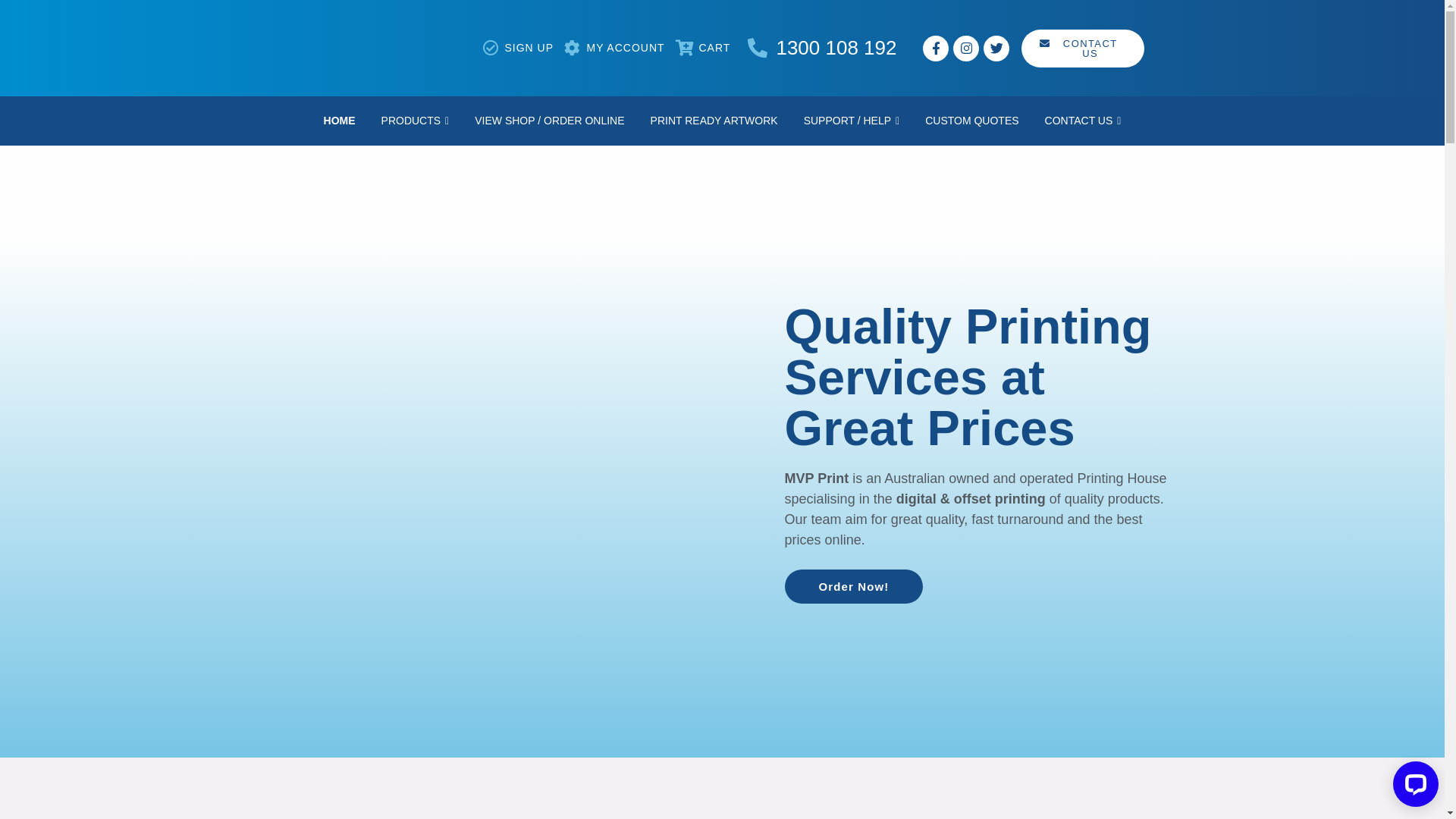 Image resolution: width=1456 pixels, height=819 pixels. What do you see at coordinates (852, 120) in the screenshot?
I see `'SUPPORT / HELP'` at bounding box center [852, 120].